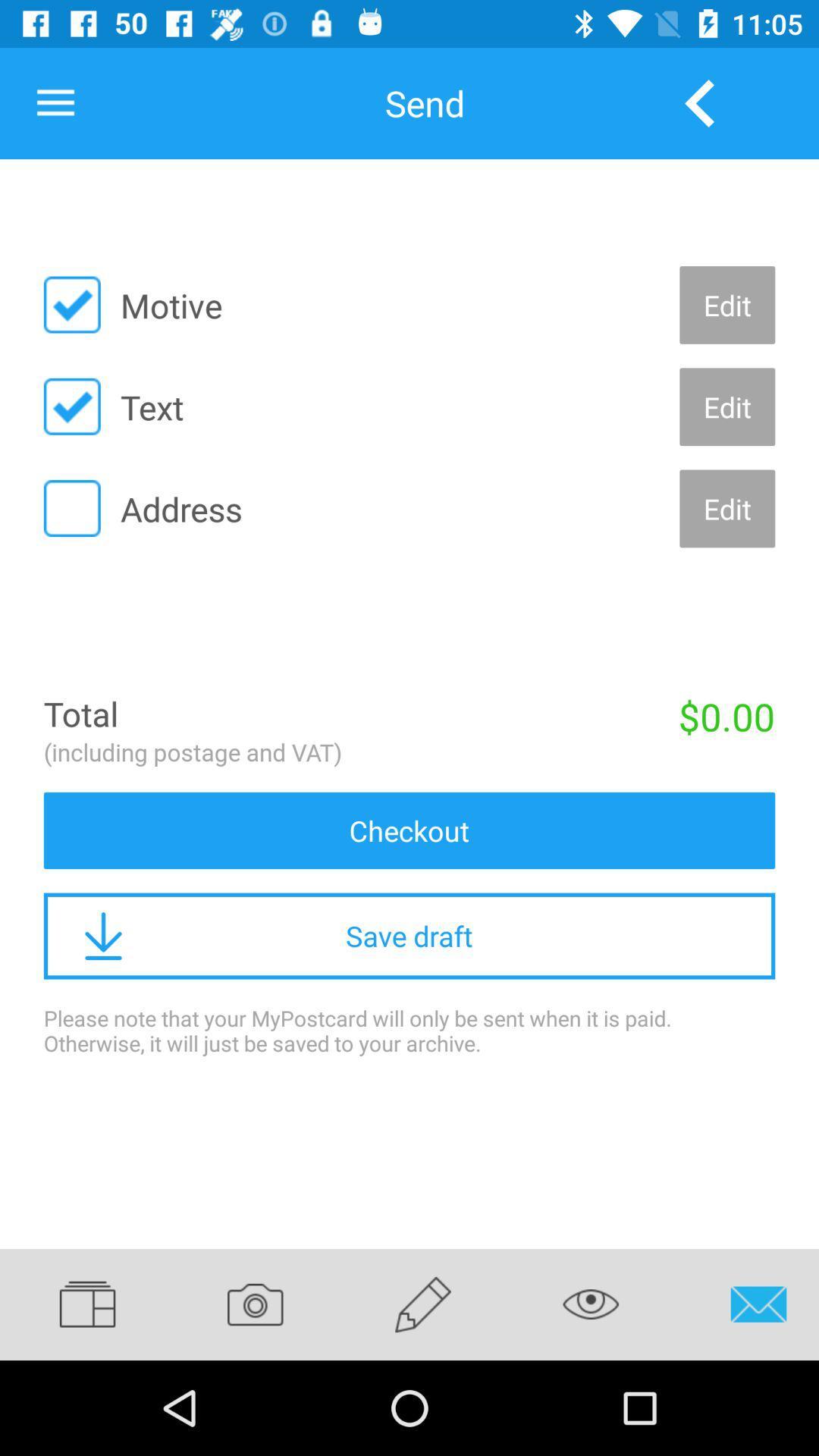  I want to click on item below please note that item, so click(102, 1304).